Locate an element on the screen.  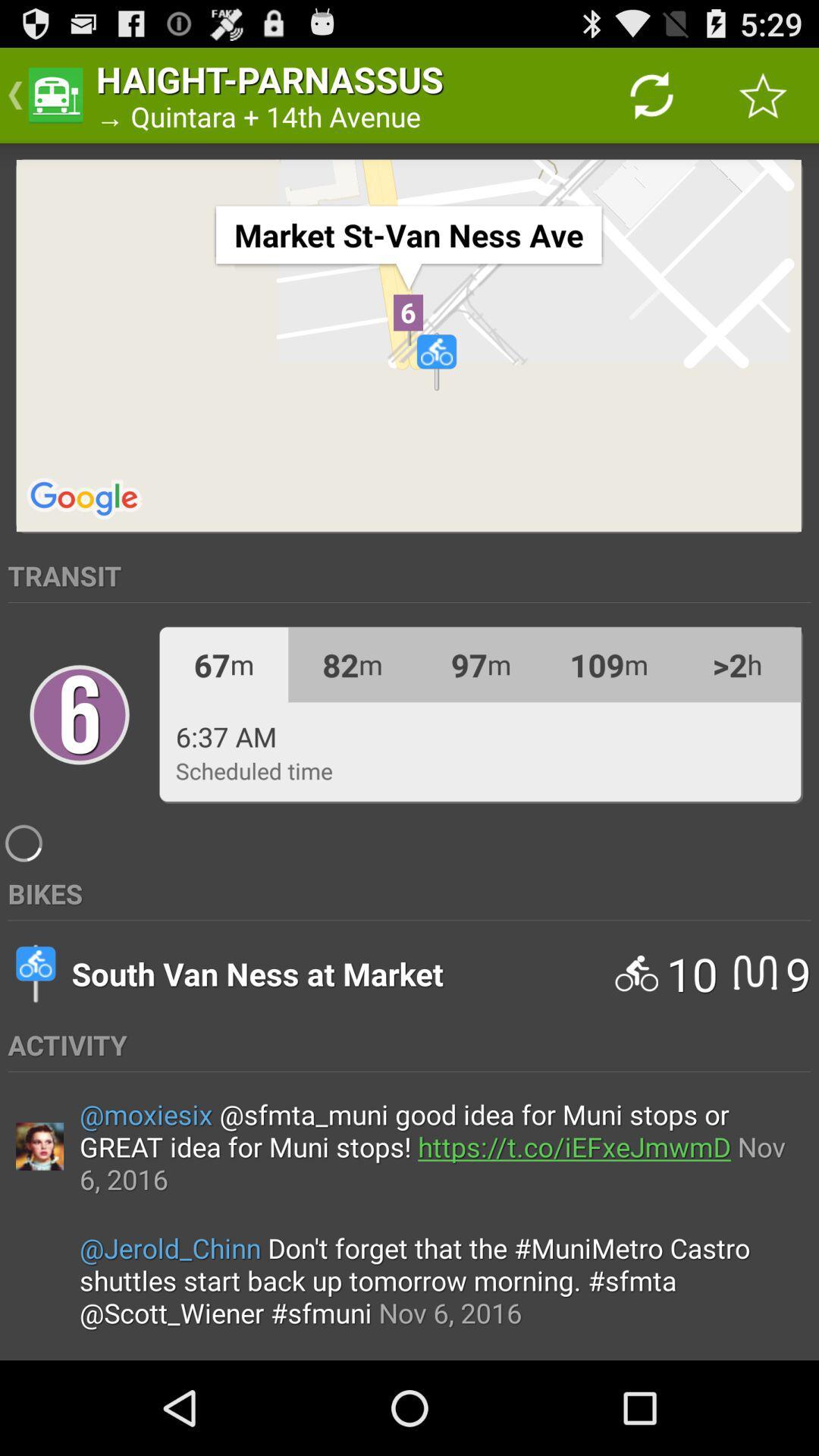
the lock icon is located at coordinates (79, 764).